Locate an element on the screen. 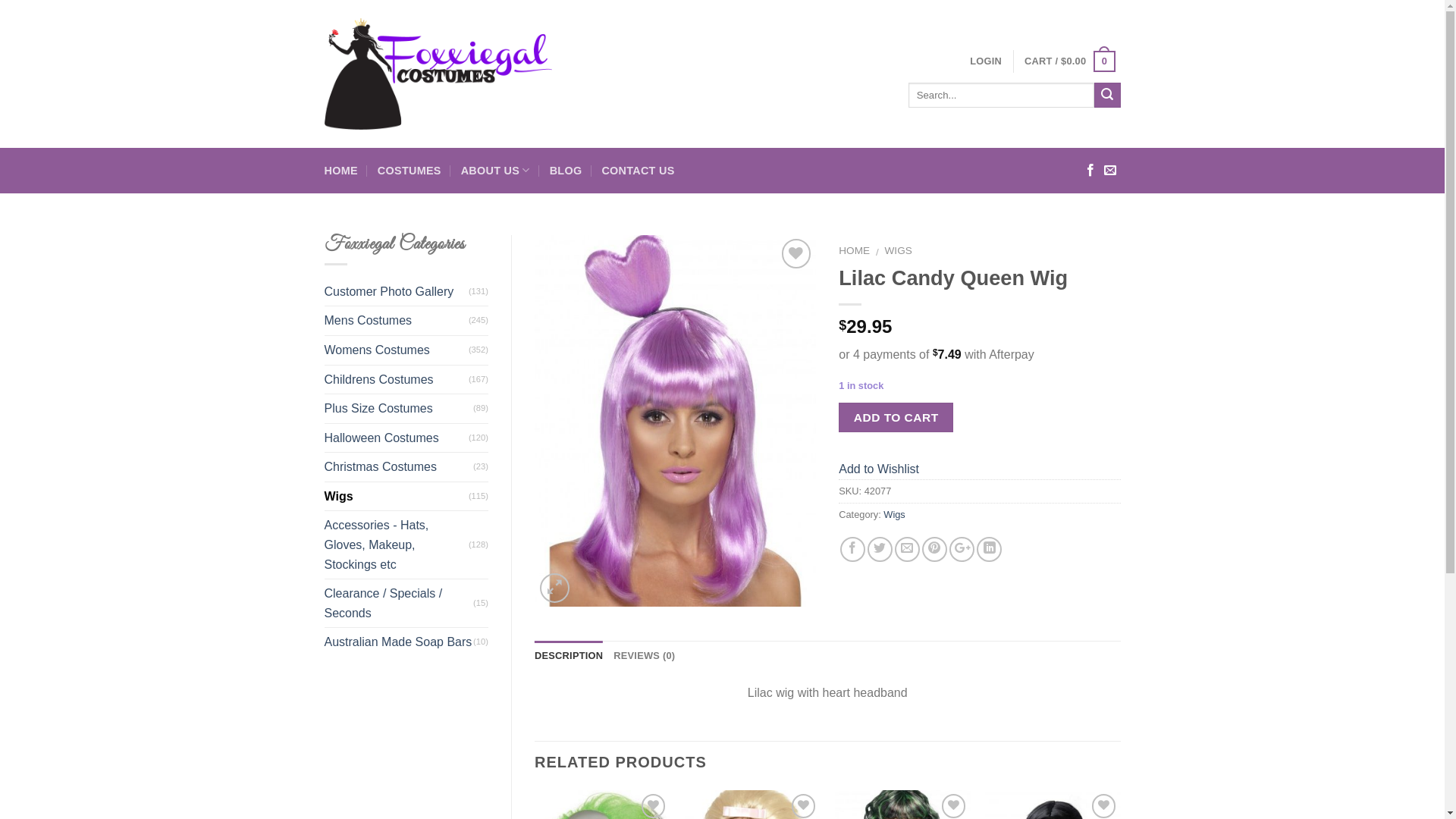  'Halloween Costumes' is located at coordinates (397, 438).